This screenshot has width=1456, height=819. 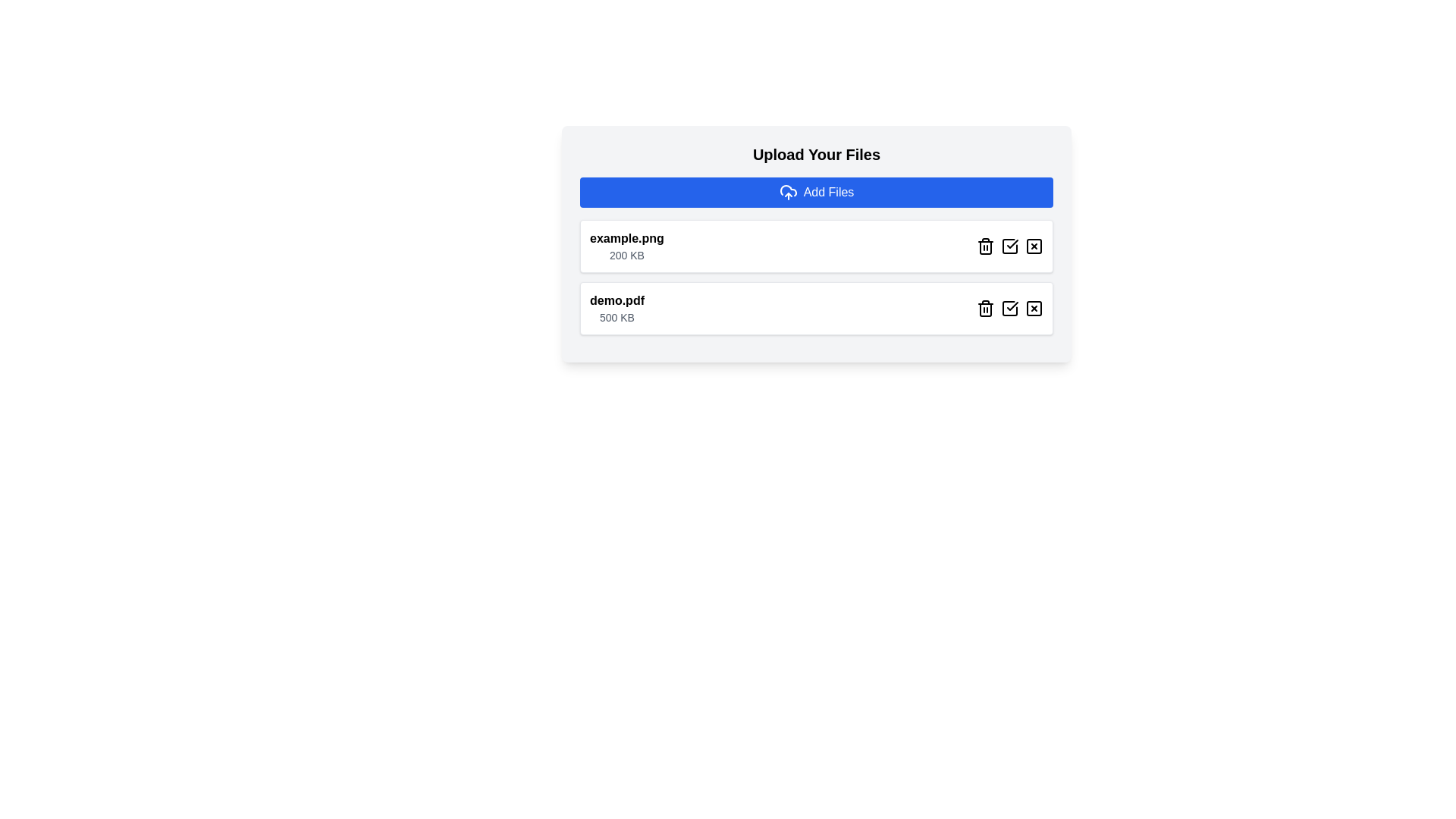 I want to click on the second button in the row of interactive icons, which represents a checklist and is located between the trash icon button on the left and the close icon button on the right within the file entry row labeled 'example.png 200 KB', so click(x=1009, y=245).